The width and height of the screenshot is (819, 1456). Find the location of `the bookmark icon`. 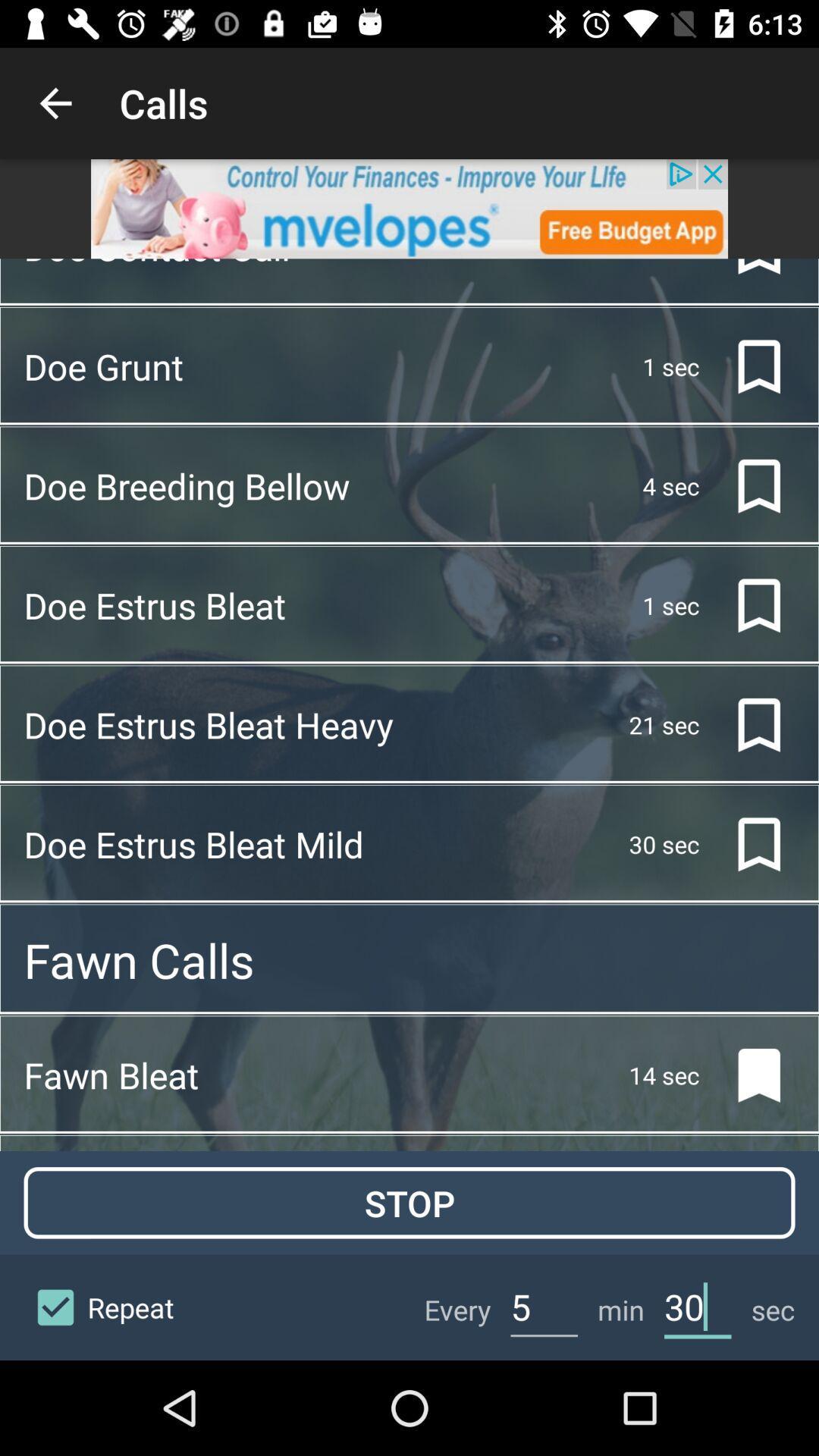

the bookmark icon is located at coordinates (746, 604).